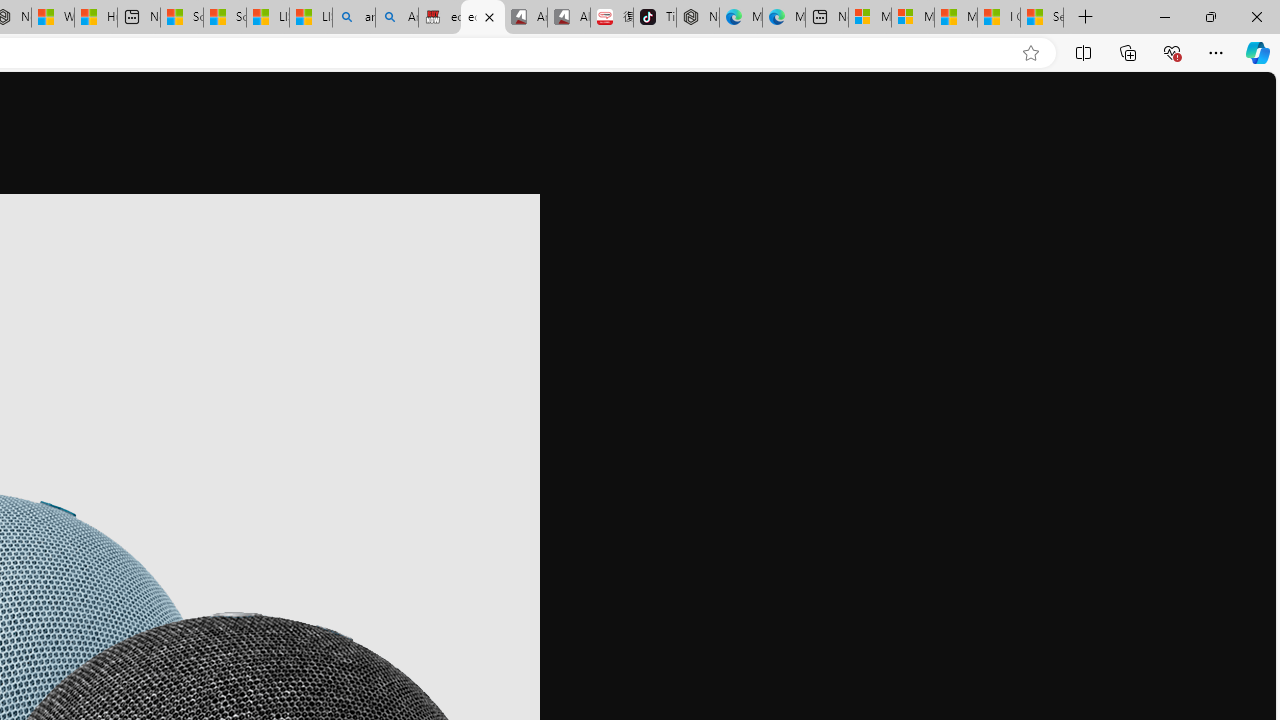  Describe the element at coordinates (999, 17) in the screenshot. I see `'I Gained 20 Pounds of Muscle in 30 Days! | Watch'` at that location.